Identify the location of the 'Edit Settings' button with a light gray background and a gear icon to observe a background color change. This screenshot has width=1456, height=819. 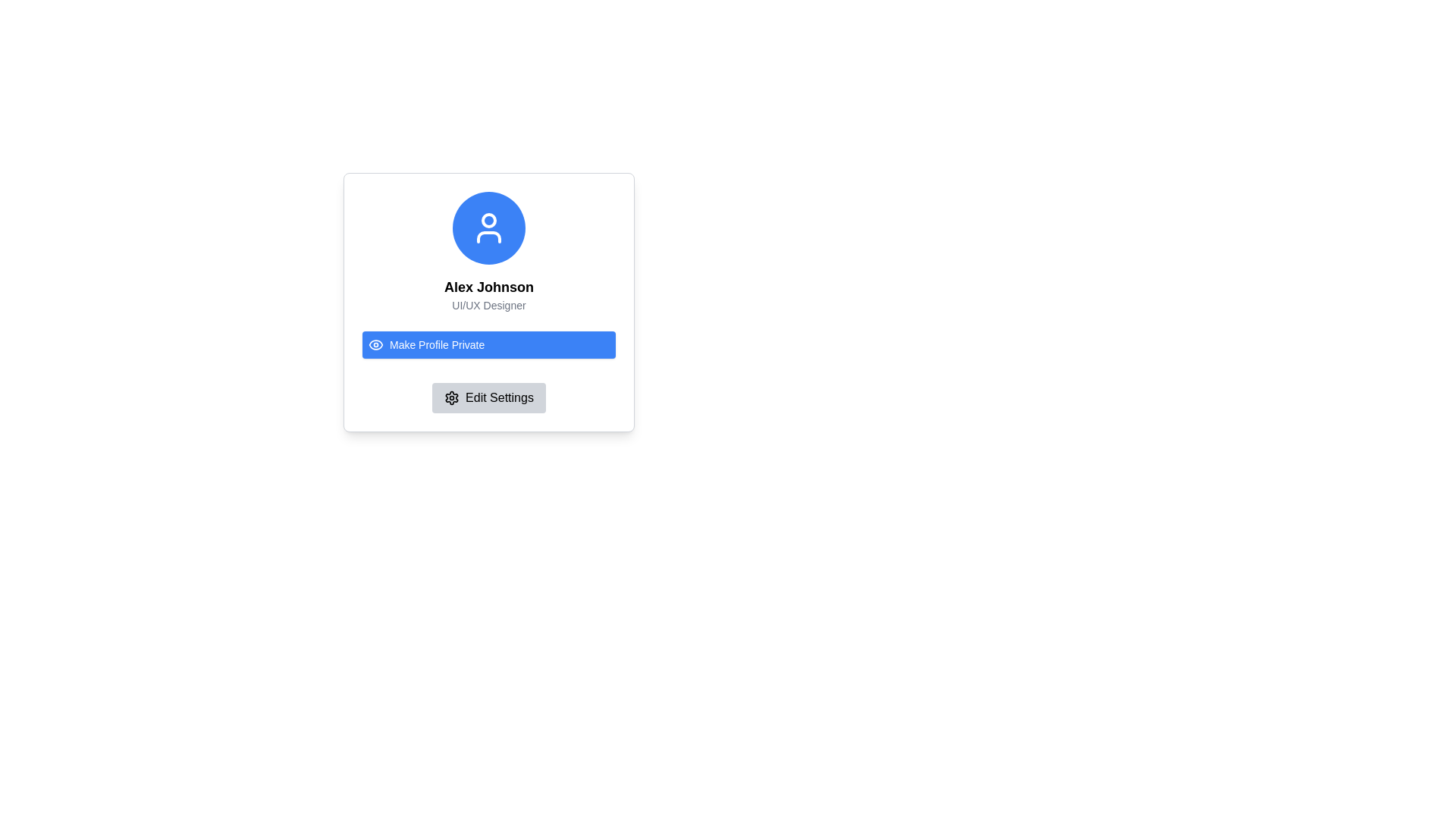
(488, 397).